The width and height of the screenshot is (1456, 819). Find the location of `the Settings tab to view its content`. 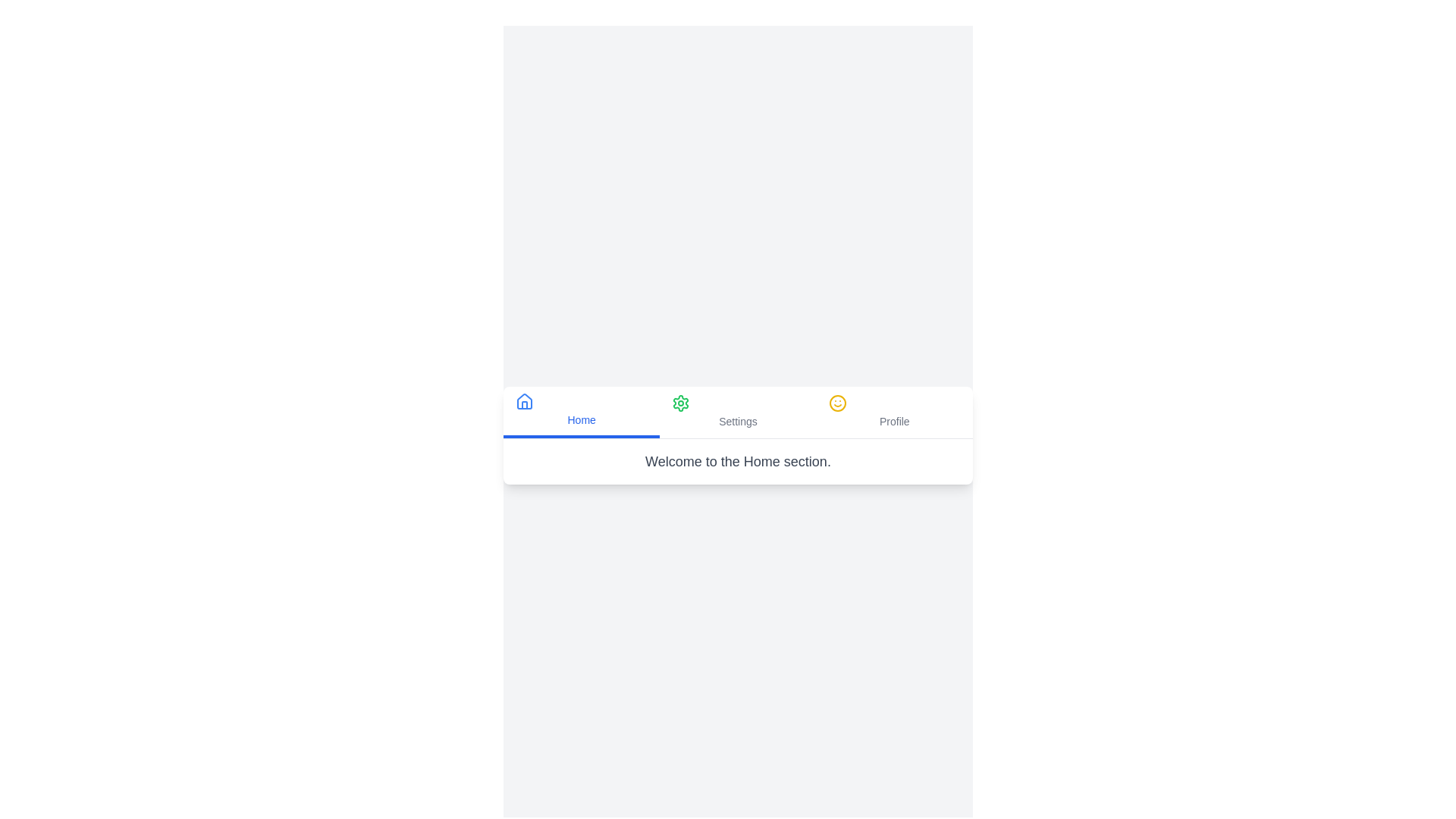

the Settings tab to view its content is located at coordinates (738, 412).